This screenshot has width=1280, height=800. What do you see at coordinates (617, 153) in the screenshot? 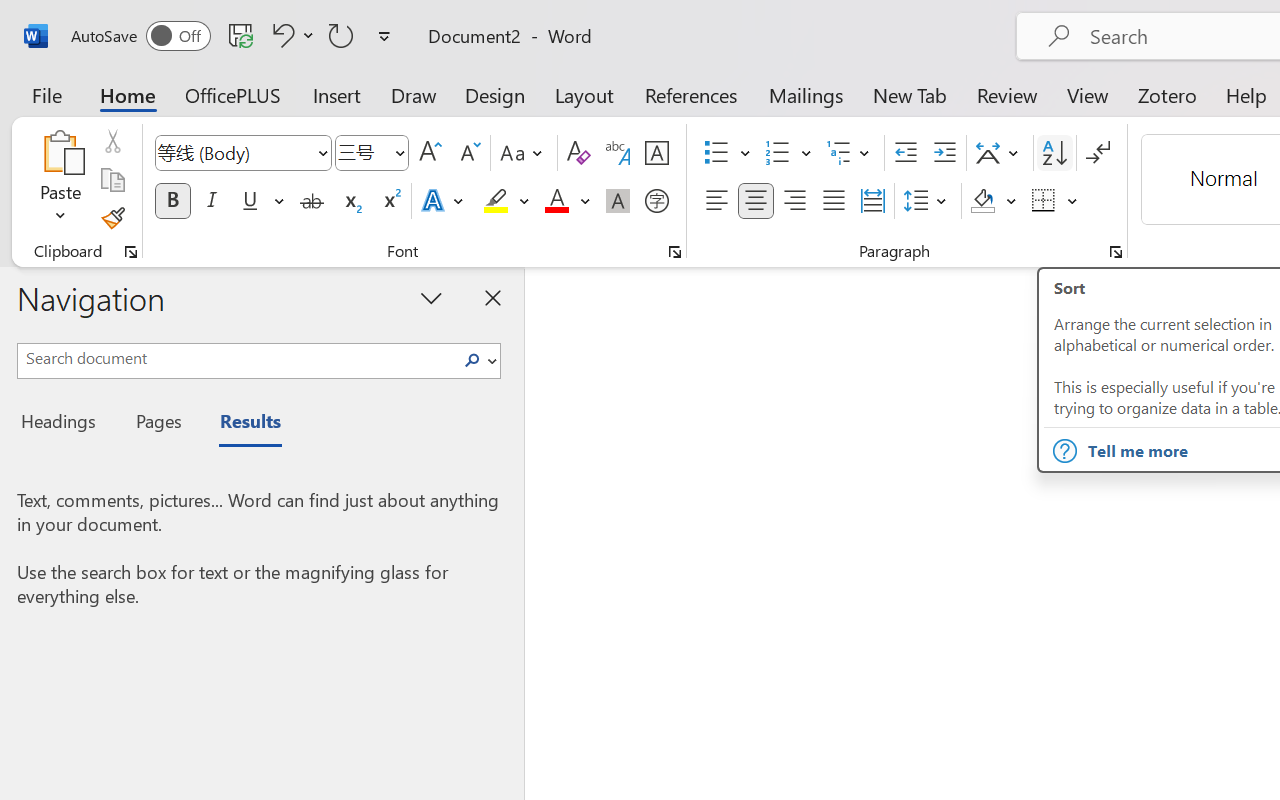
I see `'Phonetic Guide...'` at bounding box center [617, 153].